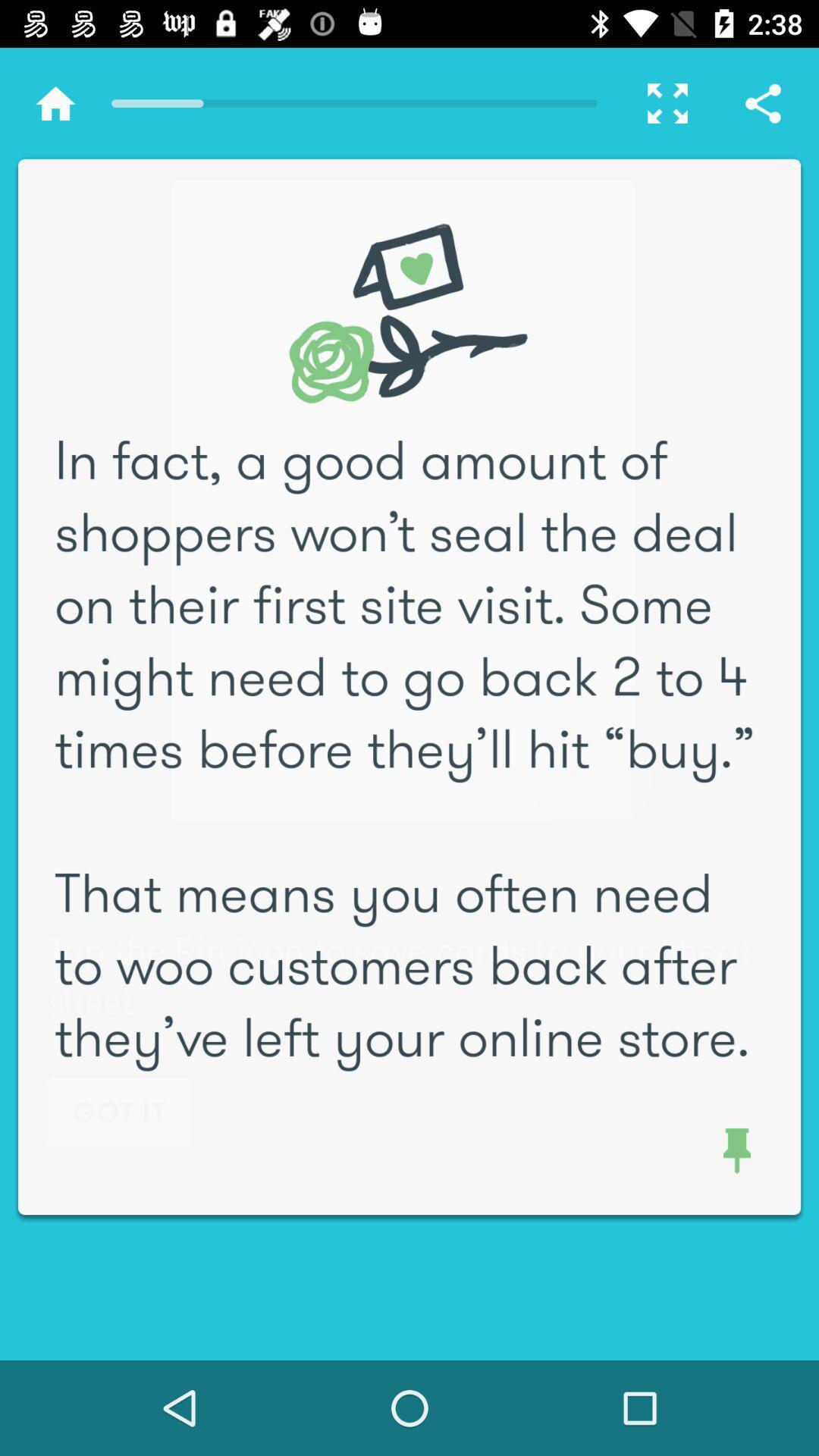 Image resolution: width=819 pixels, height=1456 pixels. What do you see at coordinates (55, 102) in the screenshot?
I see `the home icon` at bounding box center [55, 102].